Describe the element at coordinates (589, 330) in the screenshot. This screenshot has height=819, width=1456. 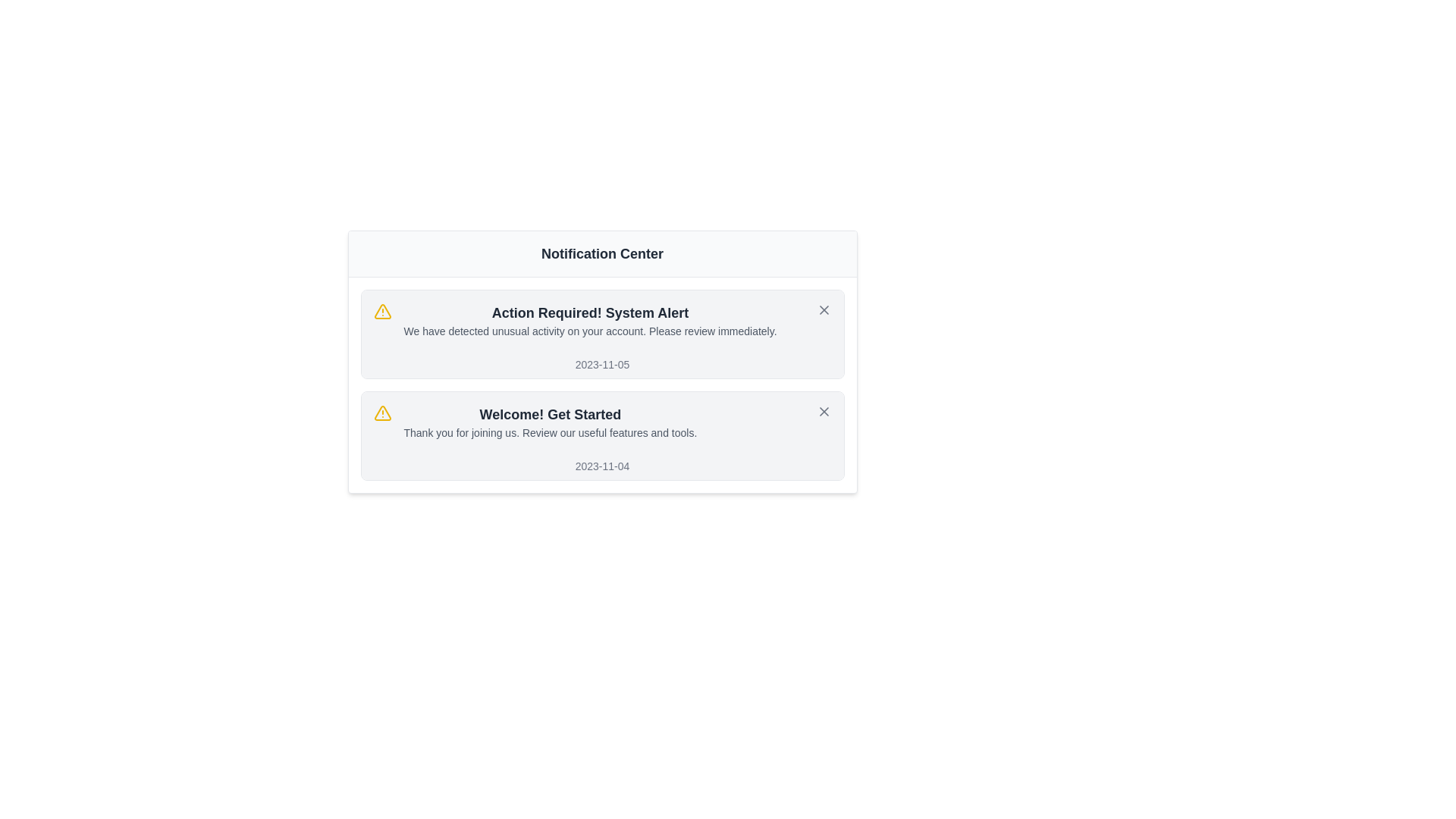
I see `the Text display element that provides a warning message or additional details related to the alert described in the heading 'Action Required! System Alert', positioned directly below it within the same card` at that location.